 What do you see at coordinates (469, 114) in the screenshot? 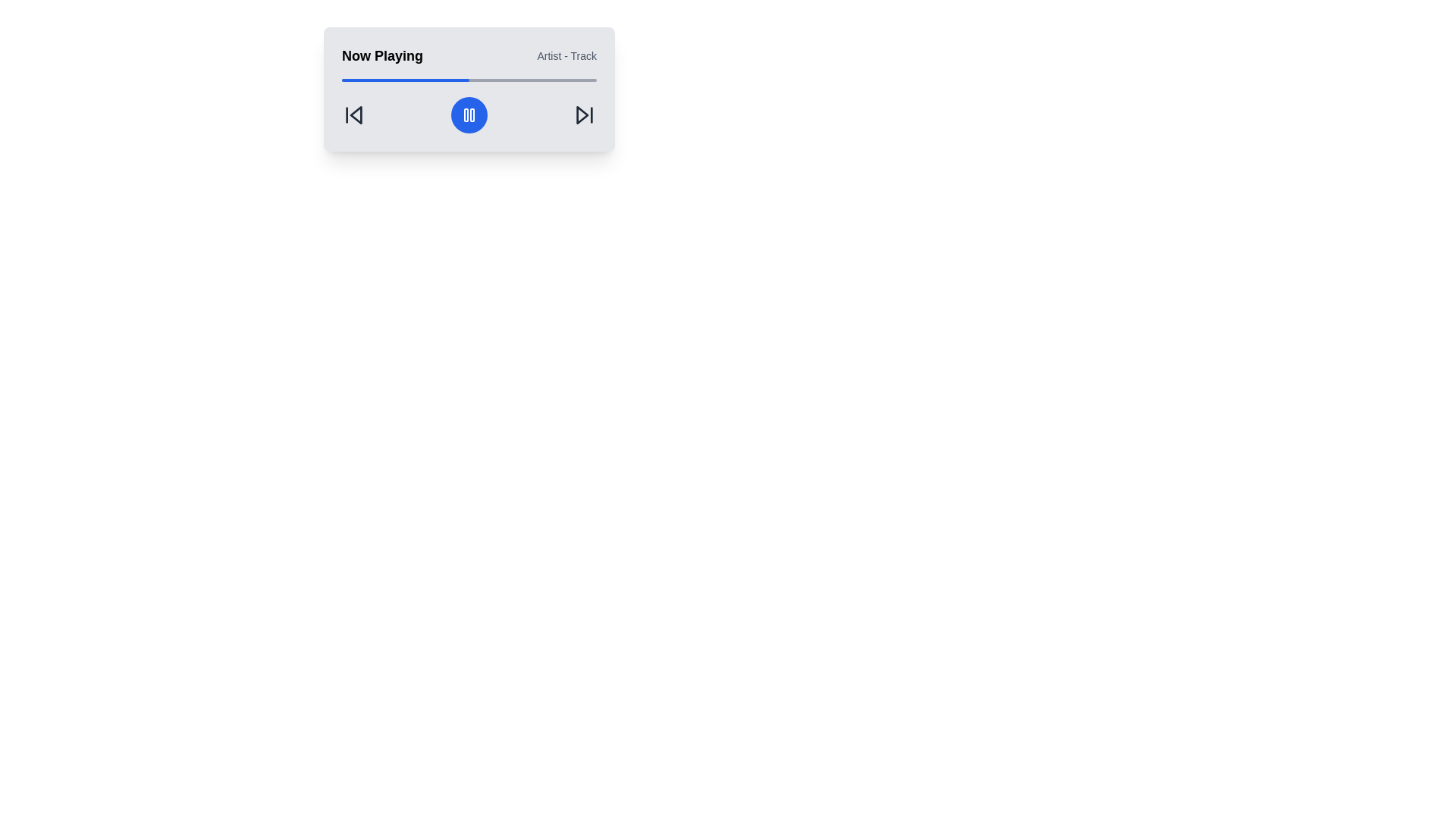
I see `the blue circular pause button with two vertical white bars` at bounding box center [469, 114].